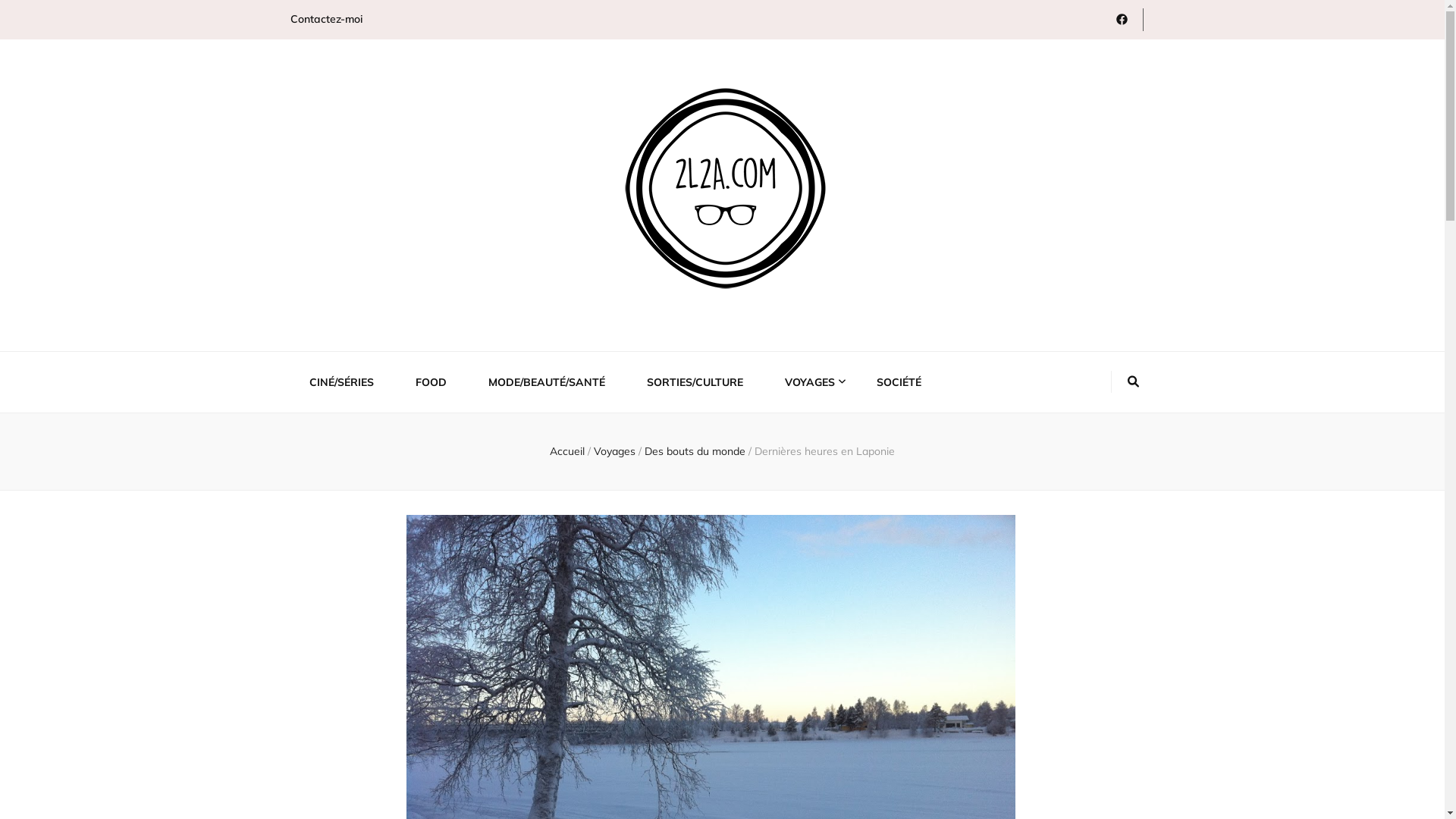 This screenshot has height=819, width=1456. What do you see at coordinates (808, 381) in the screenshot?
I see `'VOYAGES'` at bounding box center [808, 381].